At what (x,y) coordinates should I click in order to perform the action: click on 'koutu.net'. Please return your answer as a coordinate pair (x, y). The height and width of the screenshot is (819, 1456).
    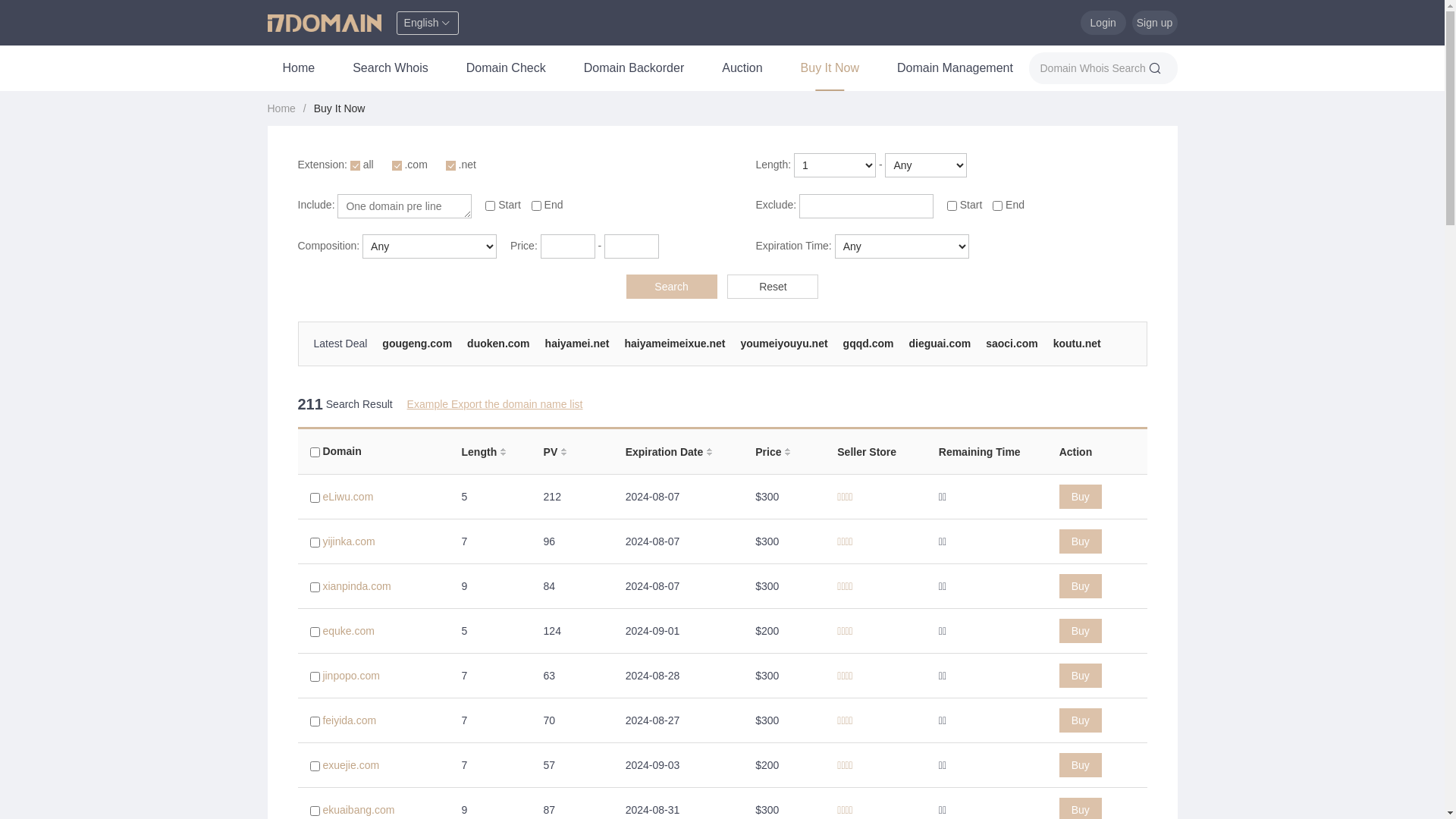
    Looking at the image, I should click on (1052, 343).